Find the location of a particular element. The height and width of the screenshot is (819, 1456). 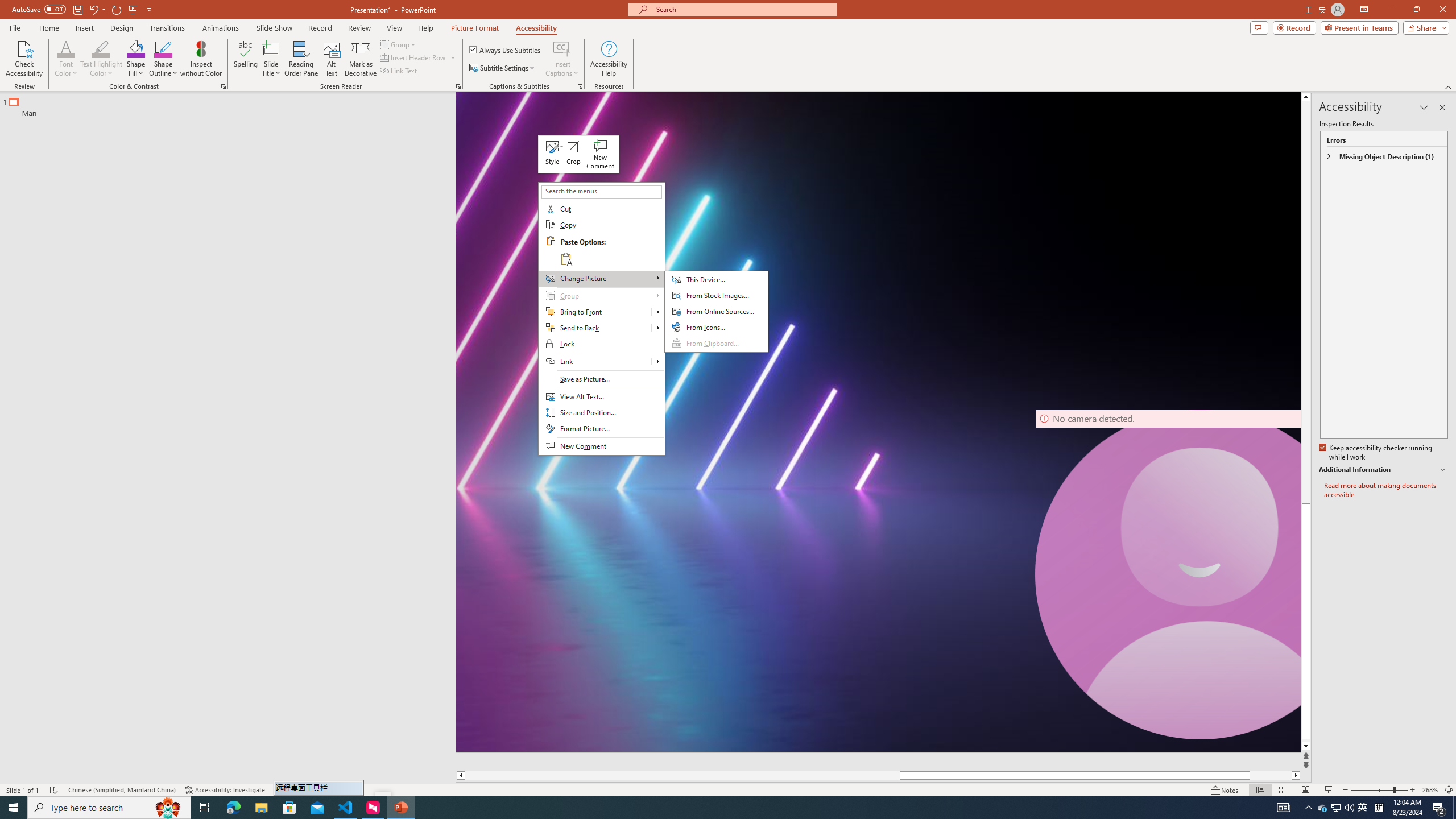

'Send to Back' is located at coordinates (594, 327).